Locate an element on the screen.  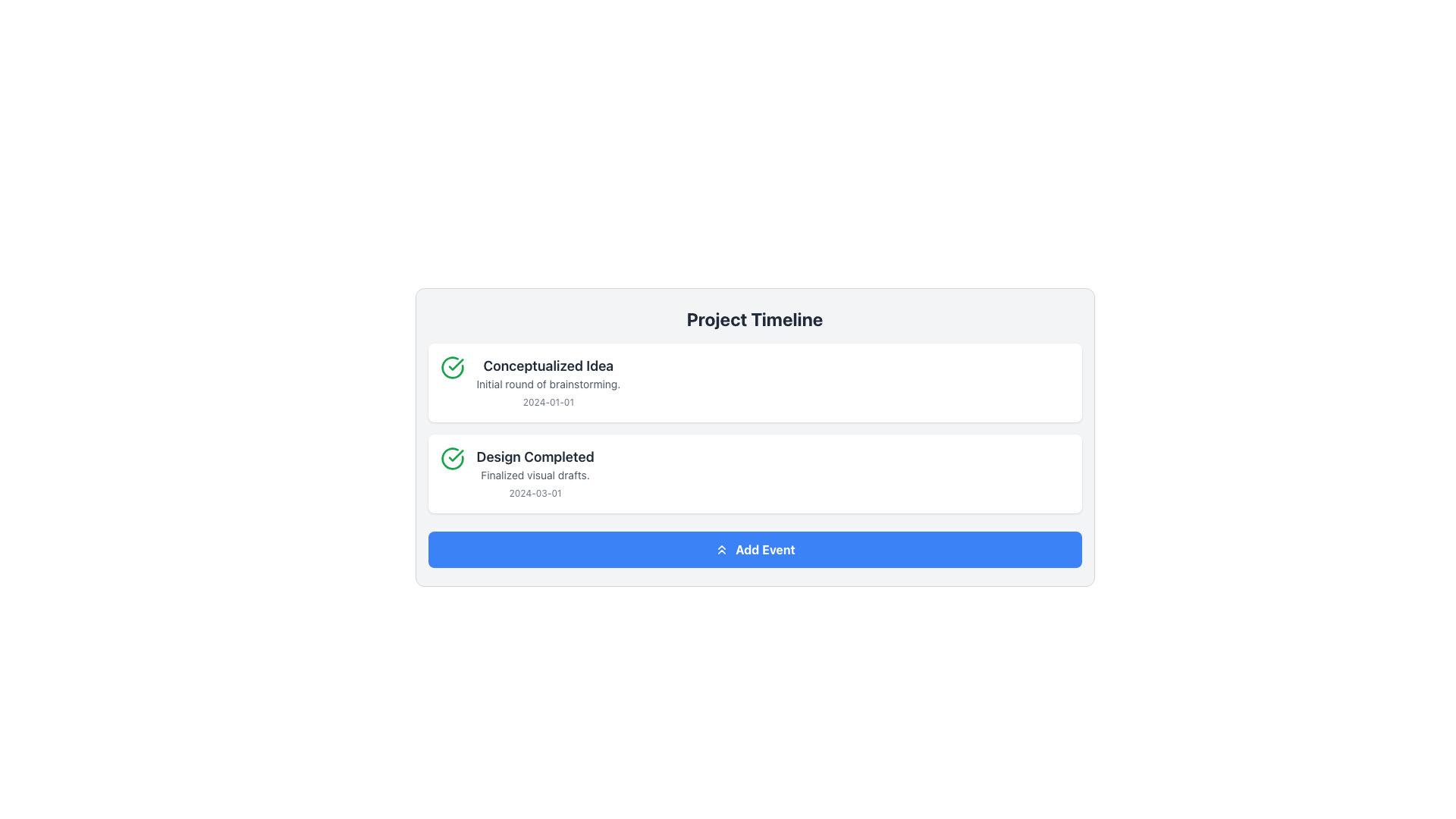
the Text Block containing the header 'Design Completed', the subtitle 'Finalized visual drafts.', and the date '2024-03-01', located below 'Conceptualized Idea' in the Project Timeline is located at coordinates (535, 472).